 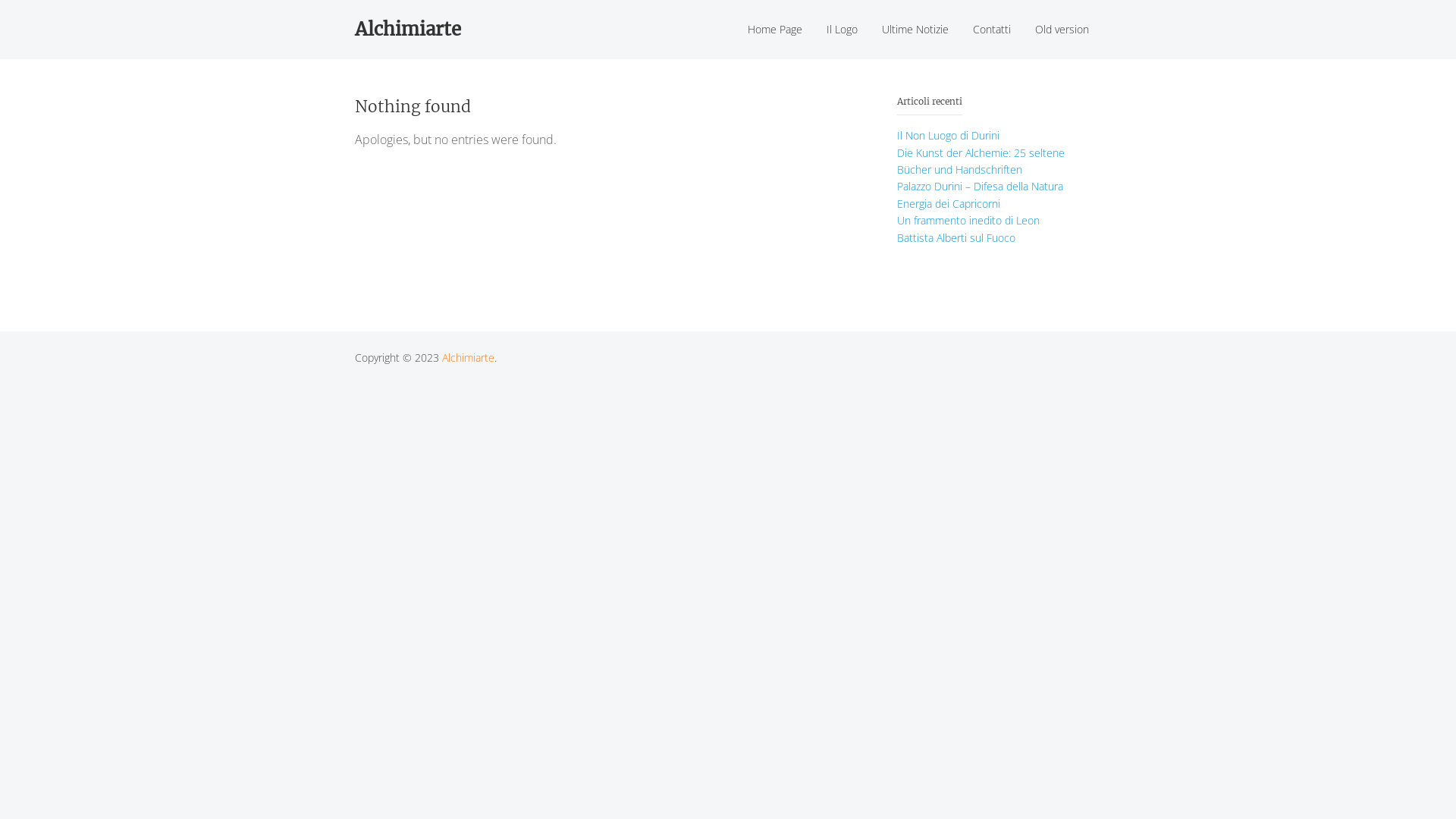 What do you see at coordinates (1061, 29) in the screenshot?
I see `'Old version'` at bounding box center [1061, 29].